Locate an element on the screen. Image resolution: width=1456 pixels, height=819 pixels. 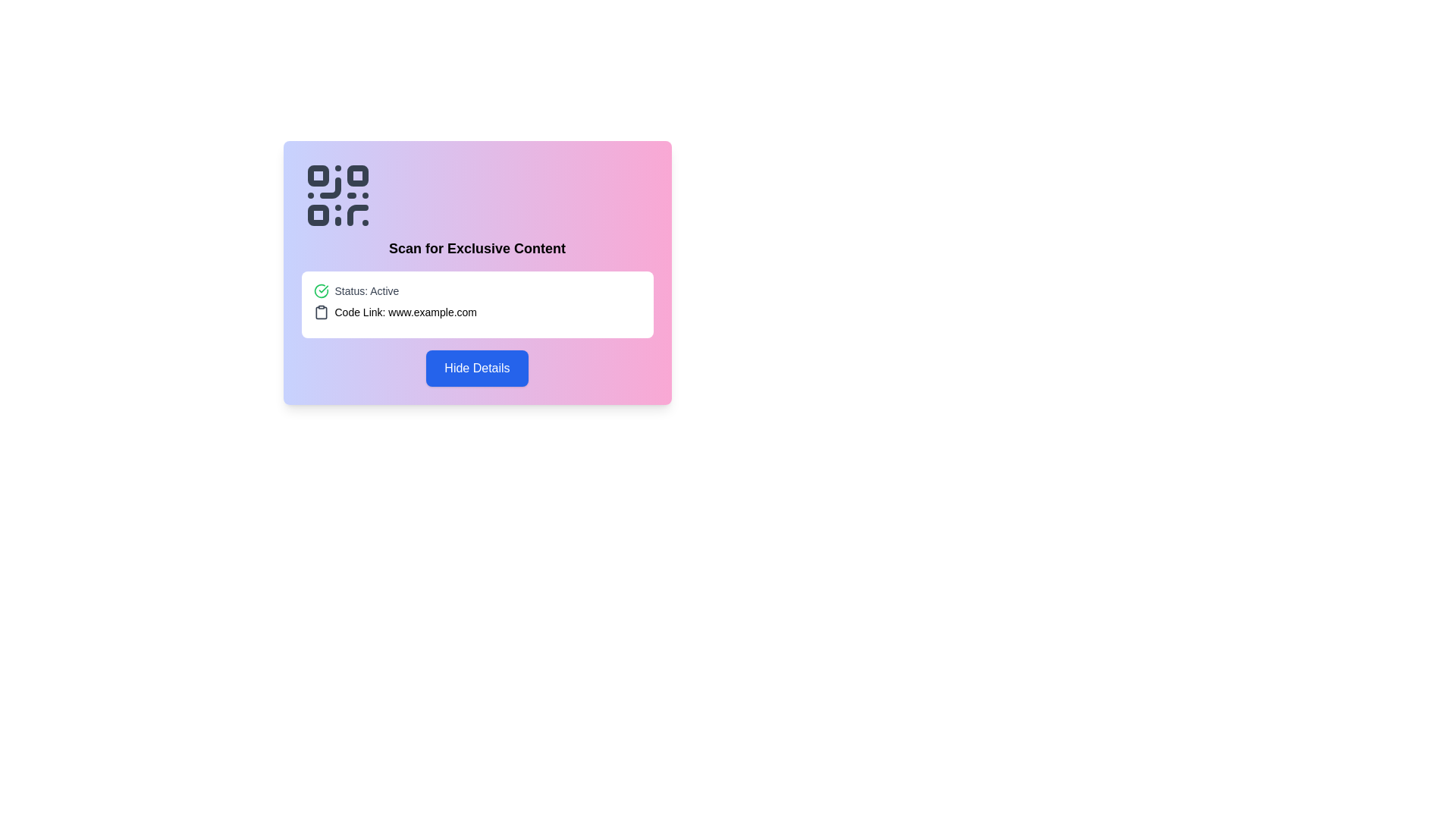
the Image (Styled QR Code) located at the top left corner of the gradient card layout, above the text 'Scan for Exclusive Content' is located at coordinates (337, 195).